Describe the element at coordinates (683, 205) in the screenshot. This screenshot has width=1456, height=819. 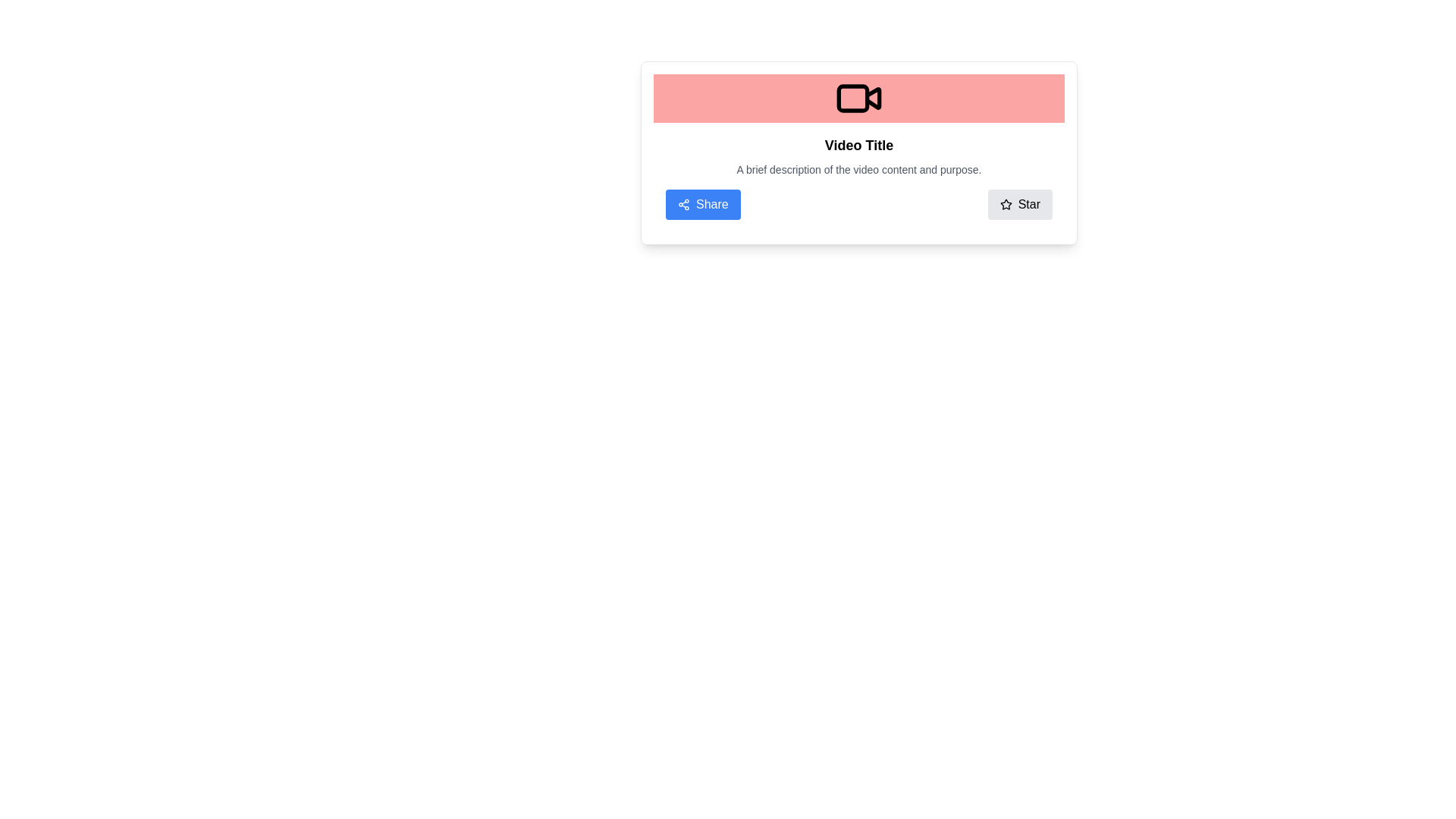
I see `the share icon SVG located within the blue 'Share' button at the bottom-left corner of the card` at that location.